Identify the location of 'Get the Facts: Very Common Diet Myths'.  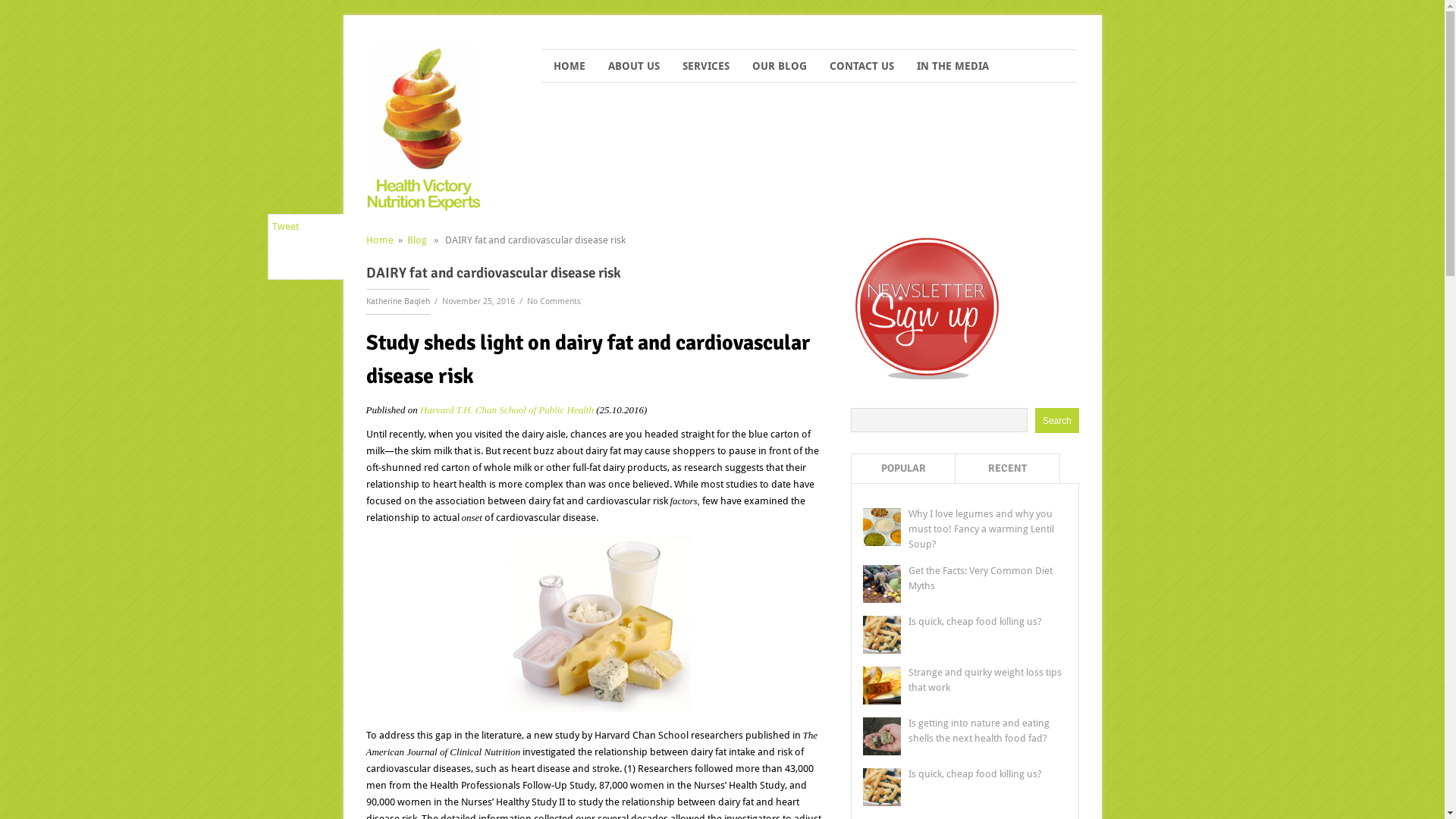
(908, 578).